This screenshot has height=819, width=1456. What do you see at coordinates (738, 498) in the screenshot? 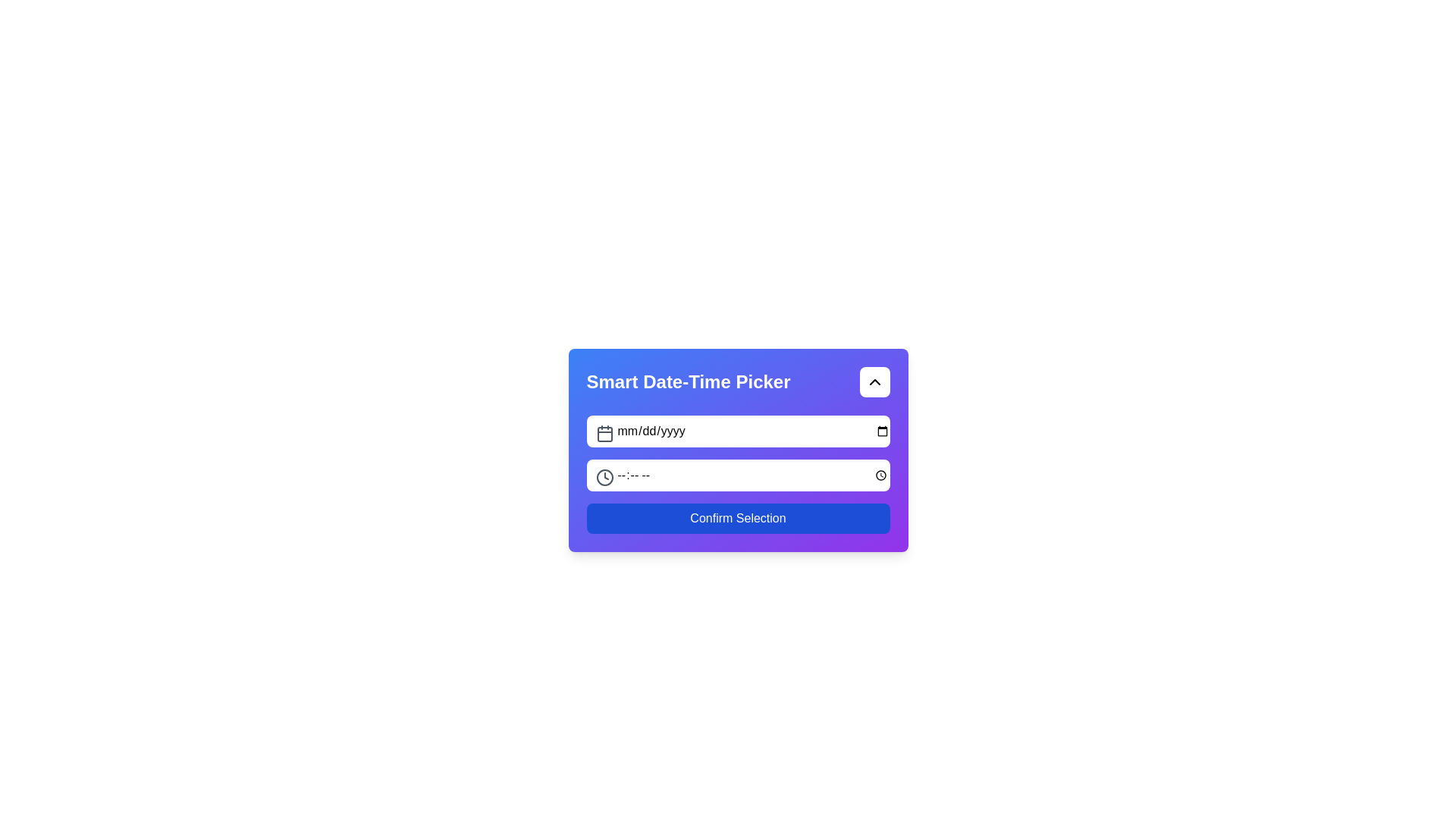
I see `the 'Confirm Selection' button in the Smart Date-Time Picker popup dialog to confirm the selected date and time` at bounding box center [738, 498].